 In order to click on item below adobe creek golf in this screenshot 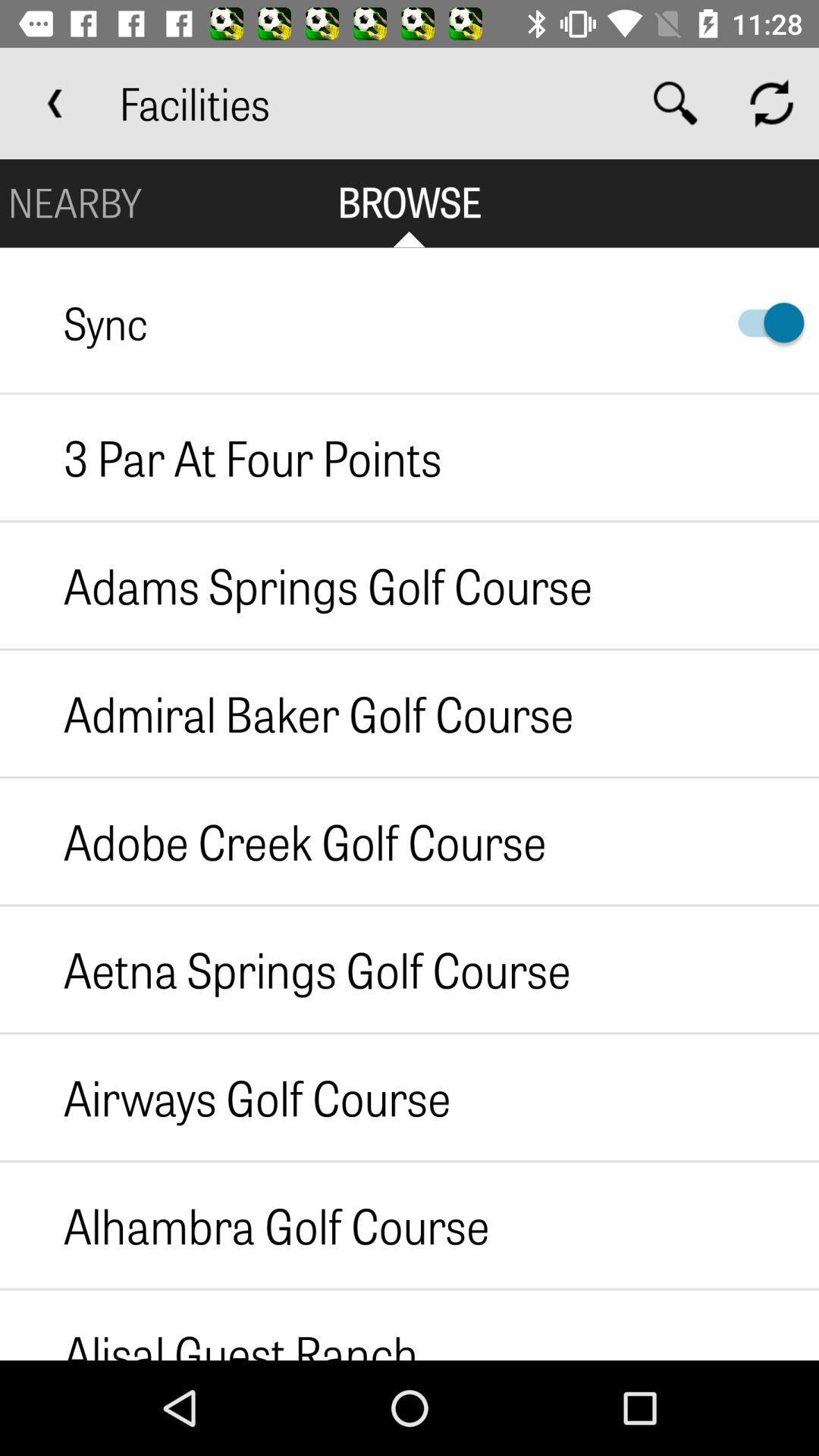, I will do `click(285, 968)`.